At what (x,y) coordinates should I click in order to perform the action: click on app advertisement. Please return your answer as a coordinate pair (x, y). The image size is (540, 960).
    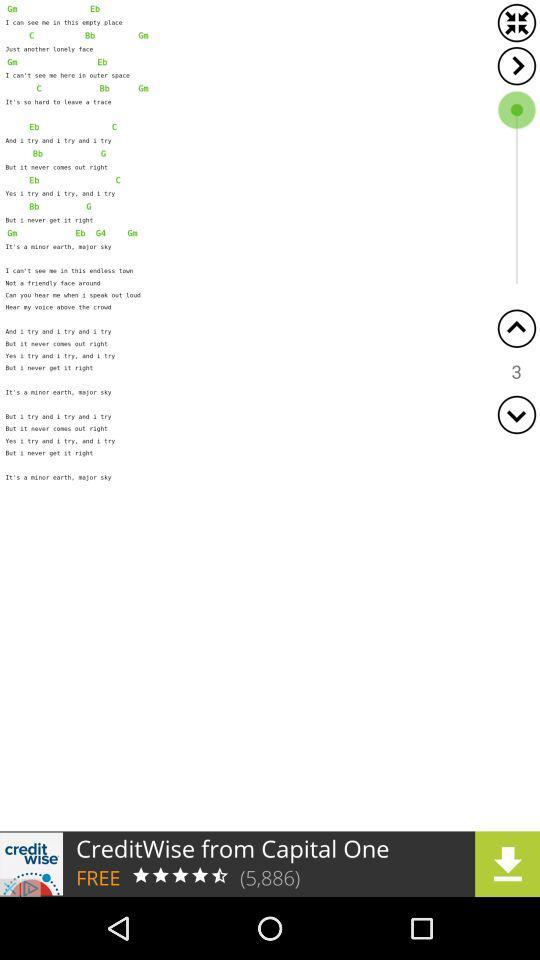
    Looking at the image, I should click on (270, 863).